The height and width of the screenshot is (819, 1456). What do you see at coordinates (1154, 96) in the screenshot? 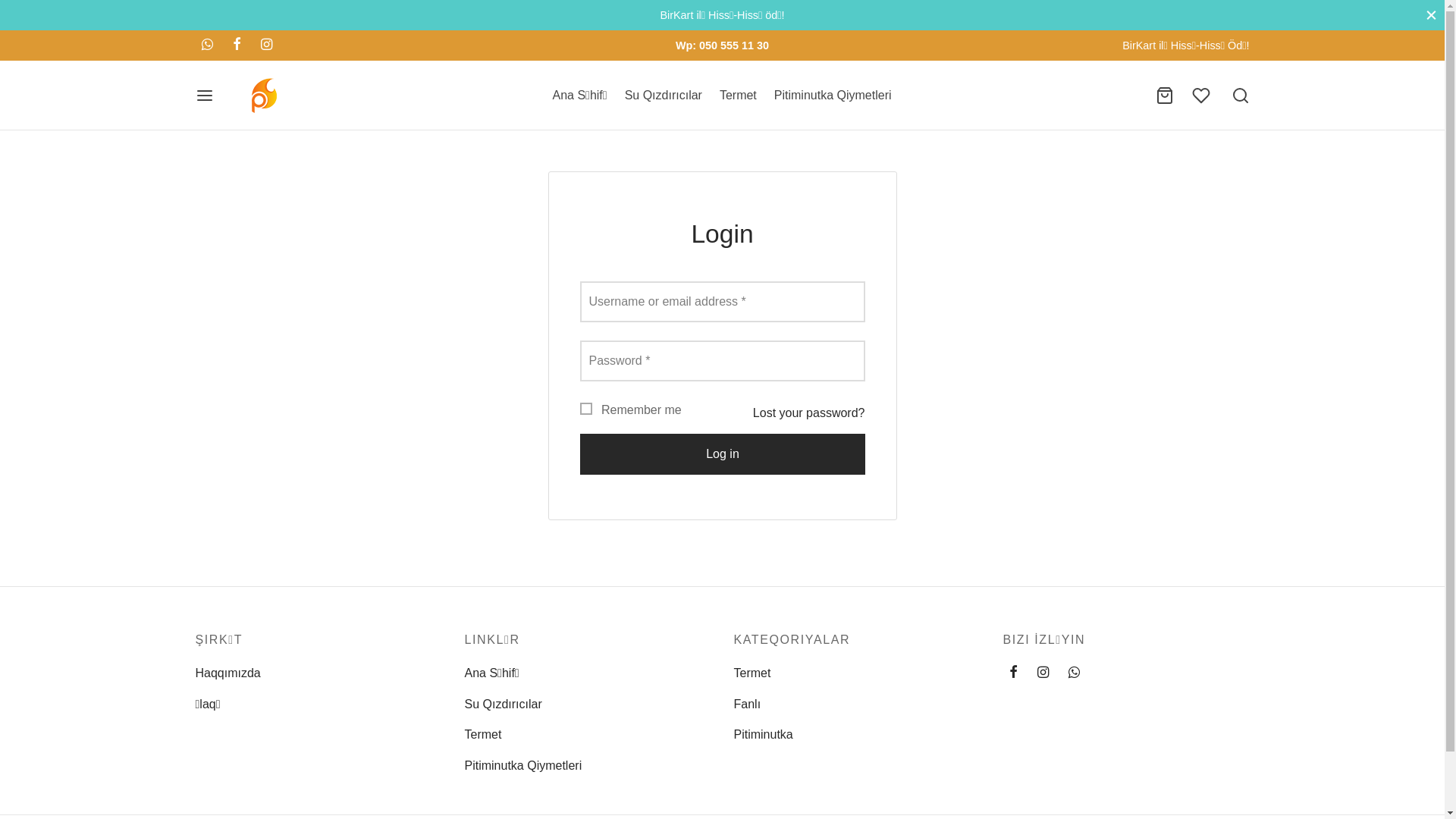
I see `'Cart'` at bounding box center [1154, 96].